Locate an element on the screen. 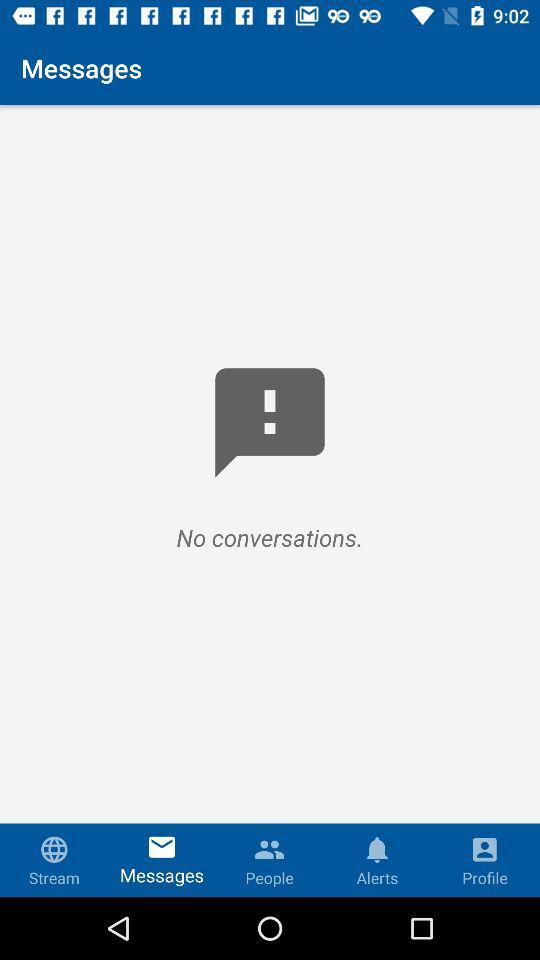 The width and height of the screenshot is (540, 960). the icon below messages is located at coordinates (270, 500).